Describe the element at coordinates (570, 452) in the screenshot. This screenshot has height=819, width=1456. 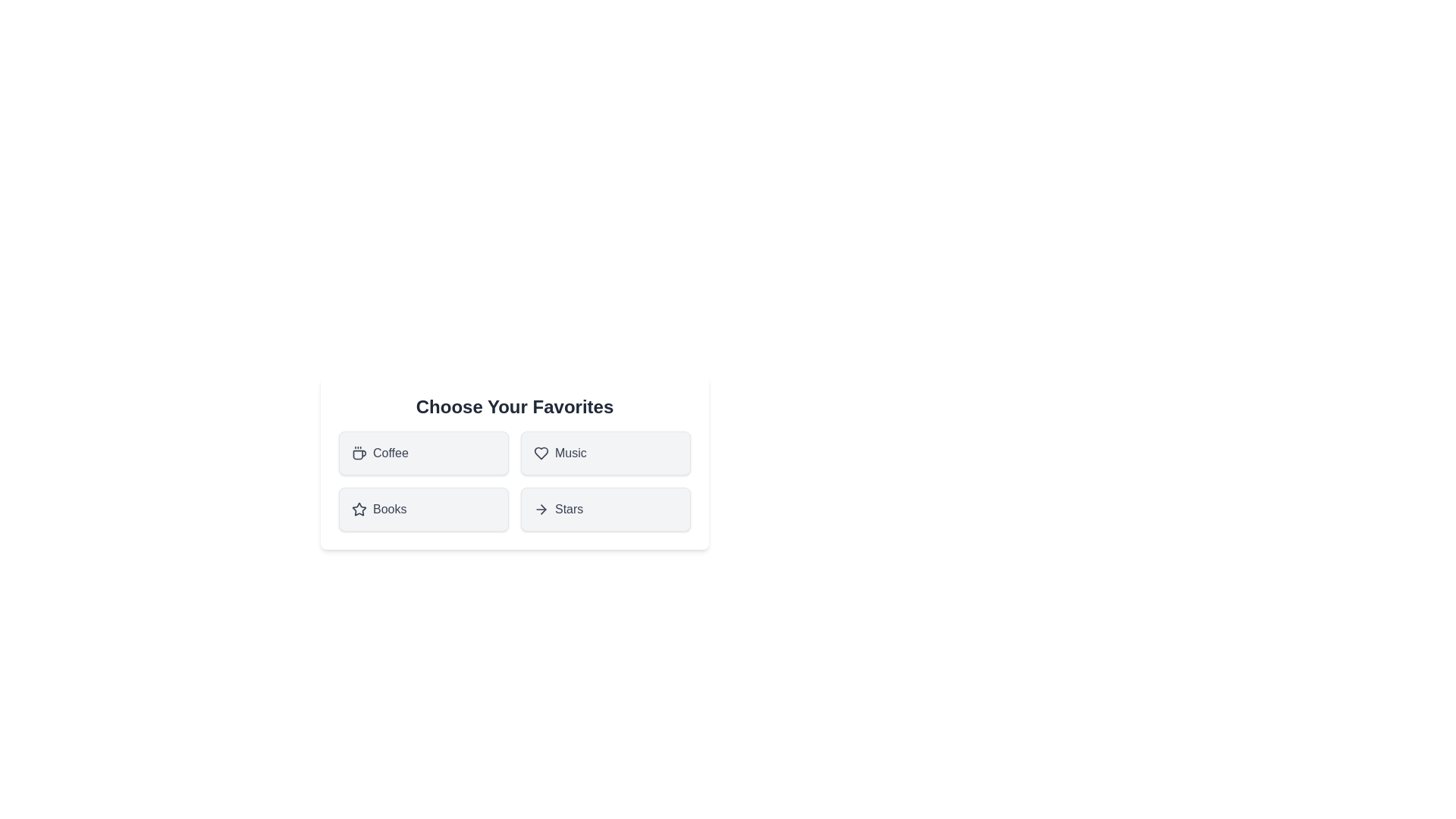
I see `the static text label reading 'Music', which is styled with dark gray text on a light gray background within a card-like component, located in the second option of the top row in a grid layout` at that location.